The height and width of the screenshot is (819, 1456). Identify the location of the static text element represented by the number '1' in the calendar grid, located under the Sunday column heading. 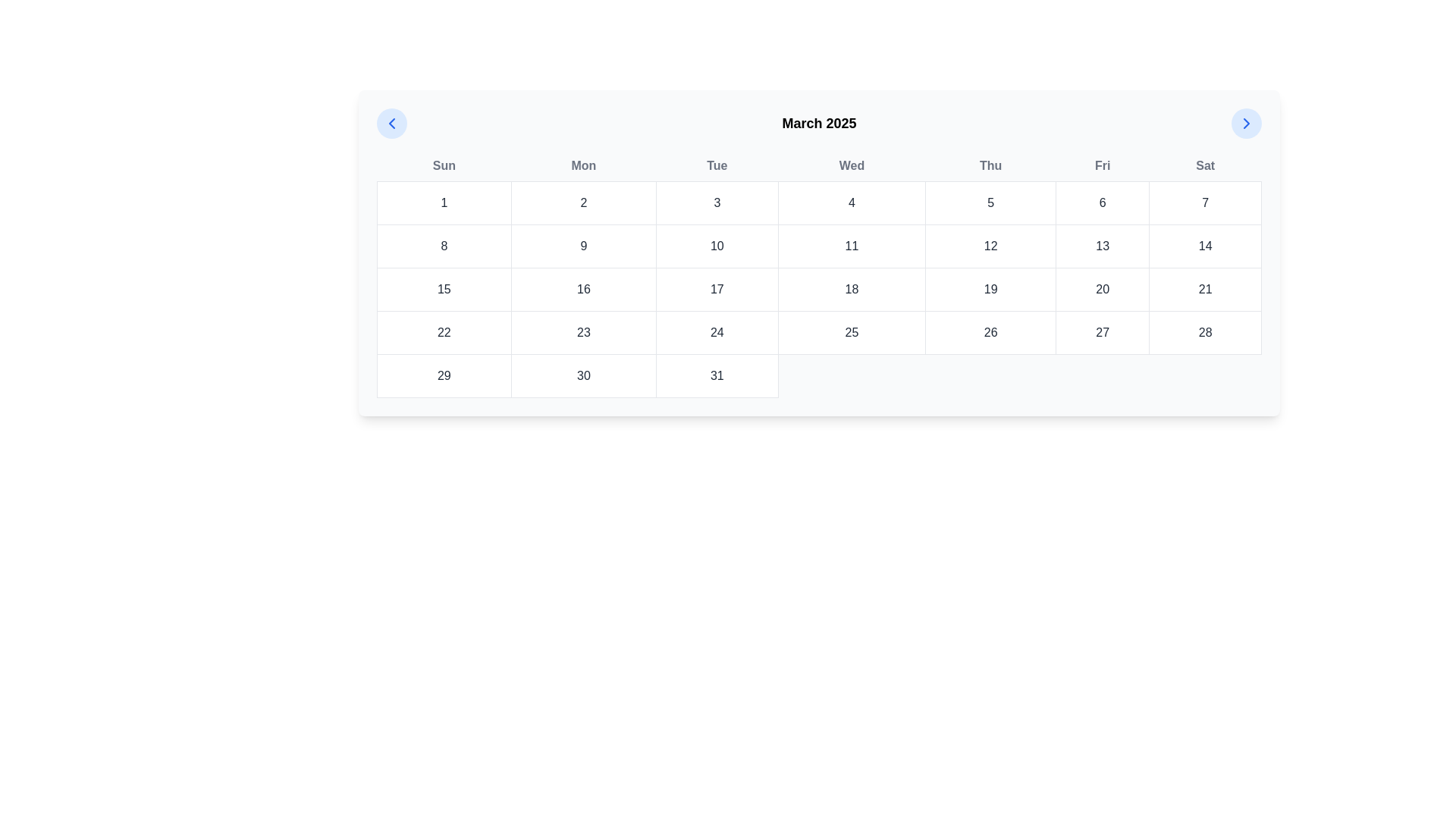
(443, 202).